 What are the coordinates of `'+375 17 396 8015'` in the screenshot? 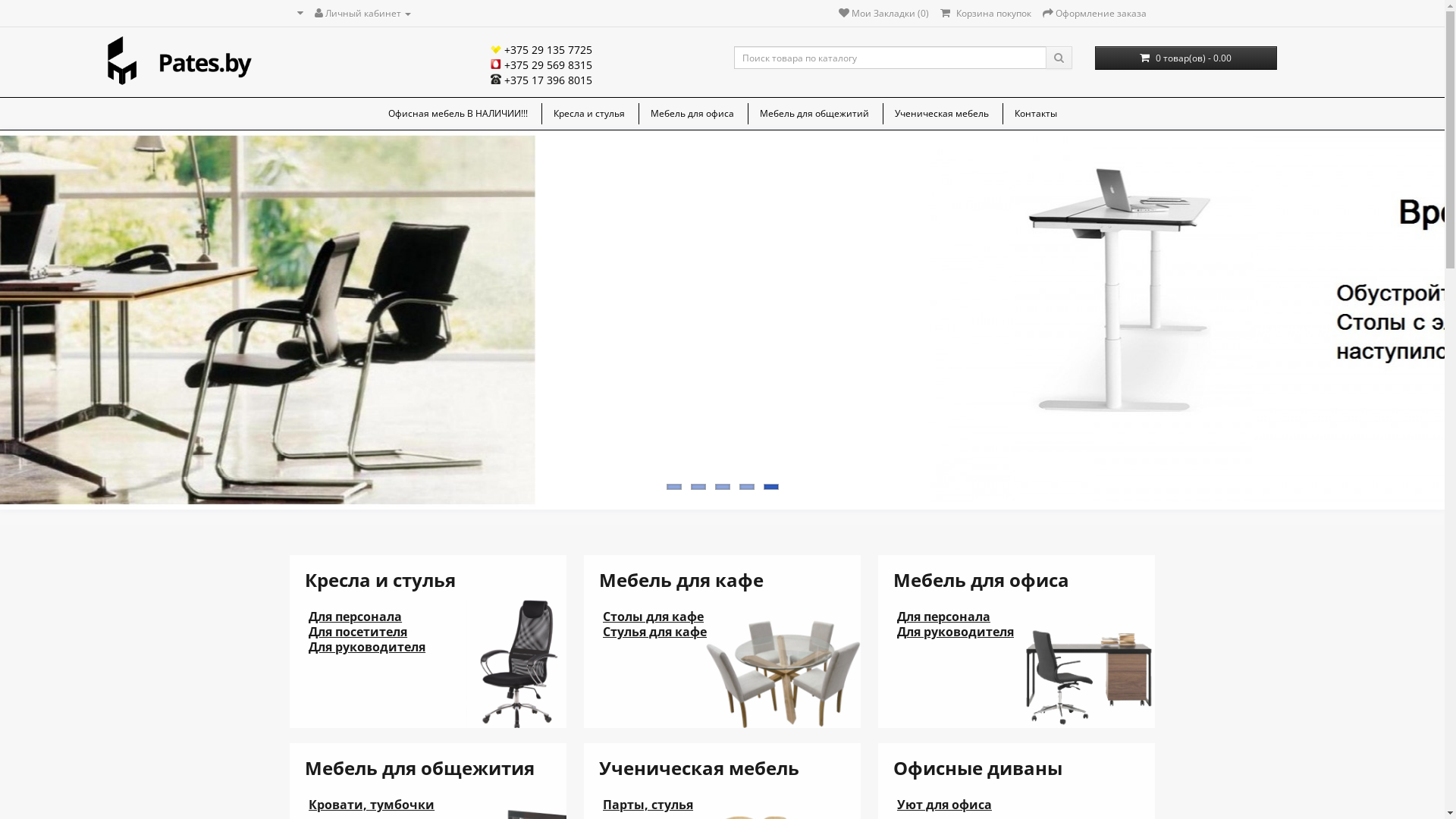 It's located at (372, 80).